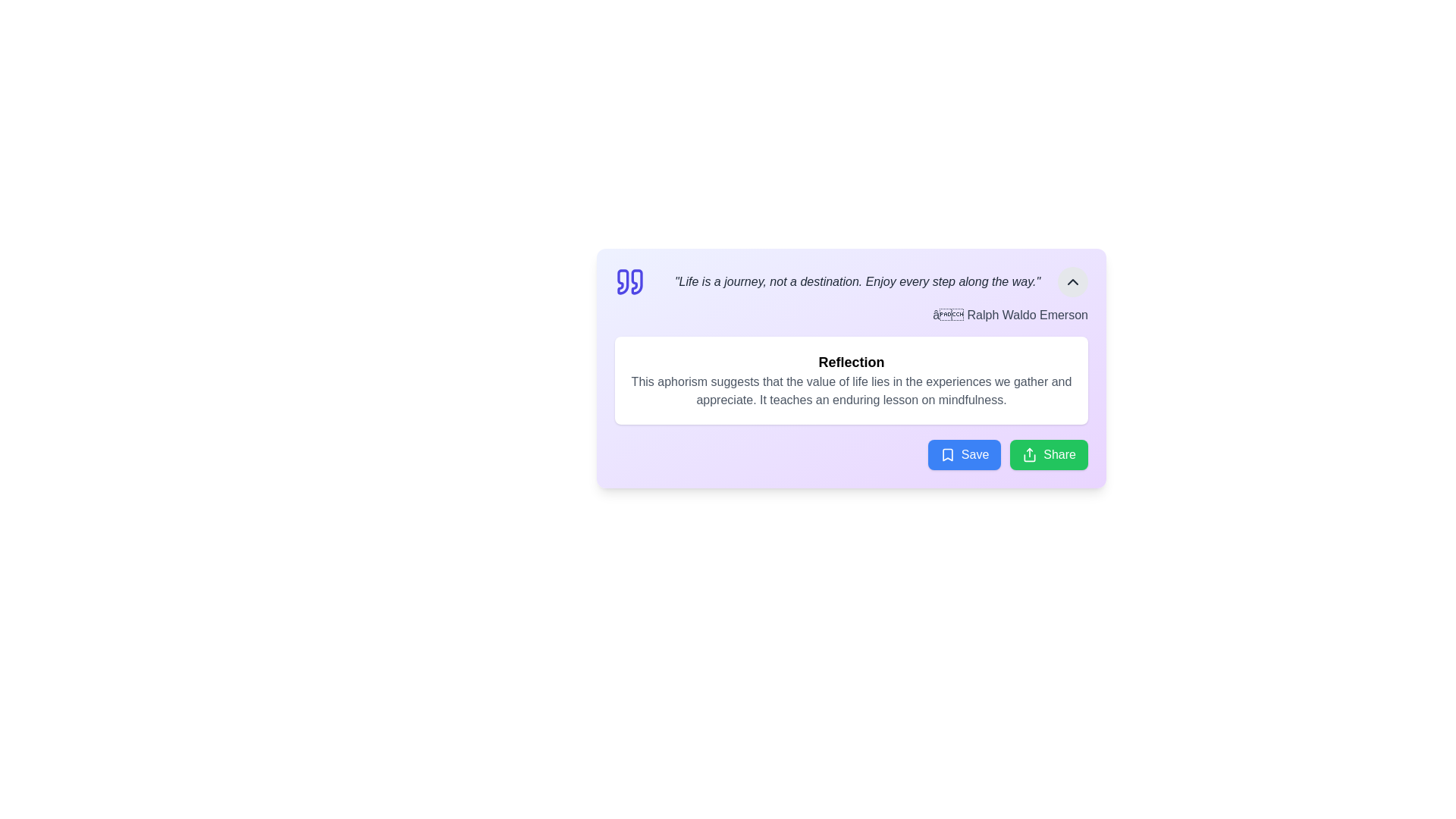  I want to click on the 'Save' button located at the bottom-right corner of the card layout, so click(964, 454).